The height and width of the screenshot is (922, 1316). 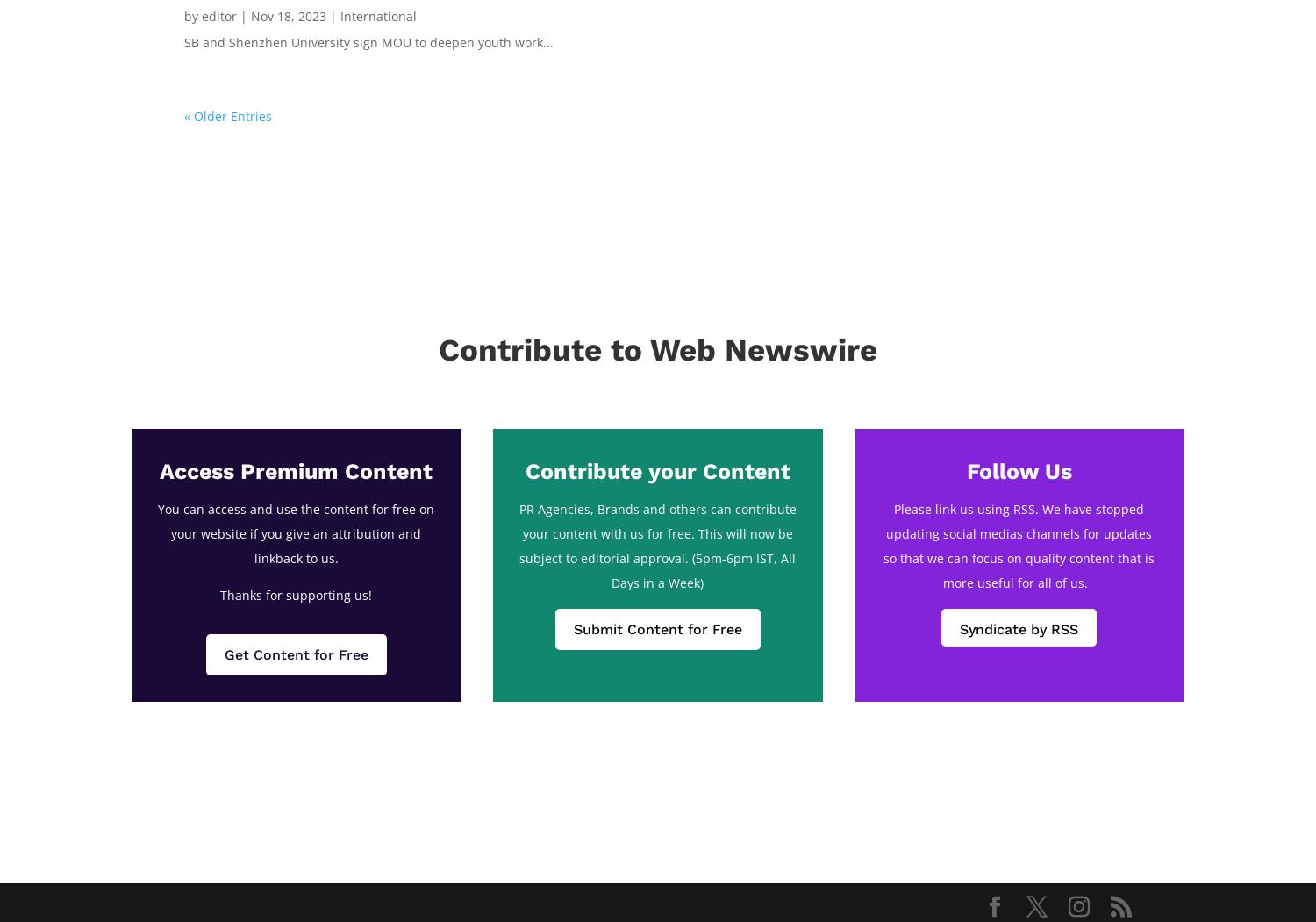 I want to click on 'Submit Content for Free', so click(x=572, y=627).